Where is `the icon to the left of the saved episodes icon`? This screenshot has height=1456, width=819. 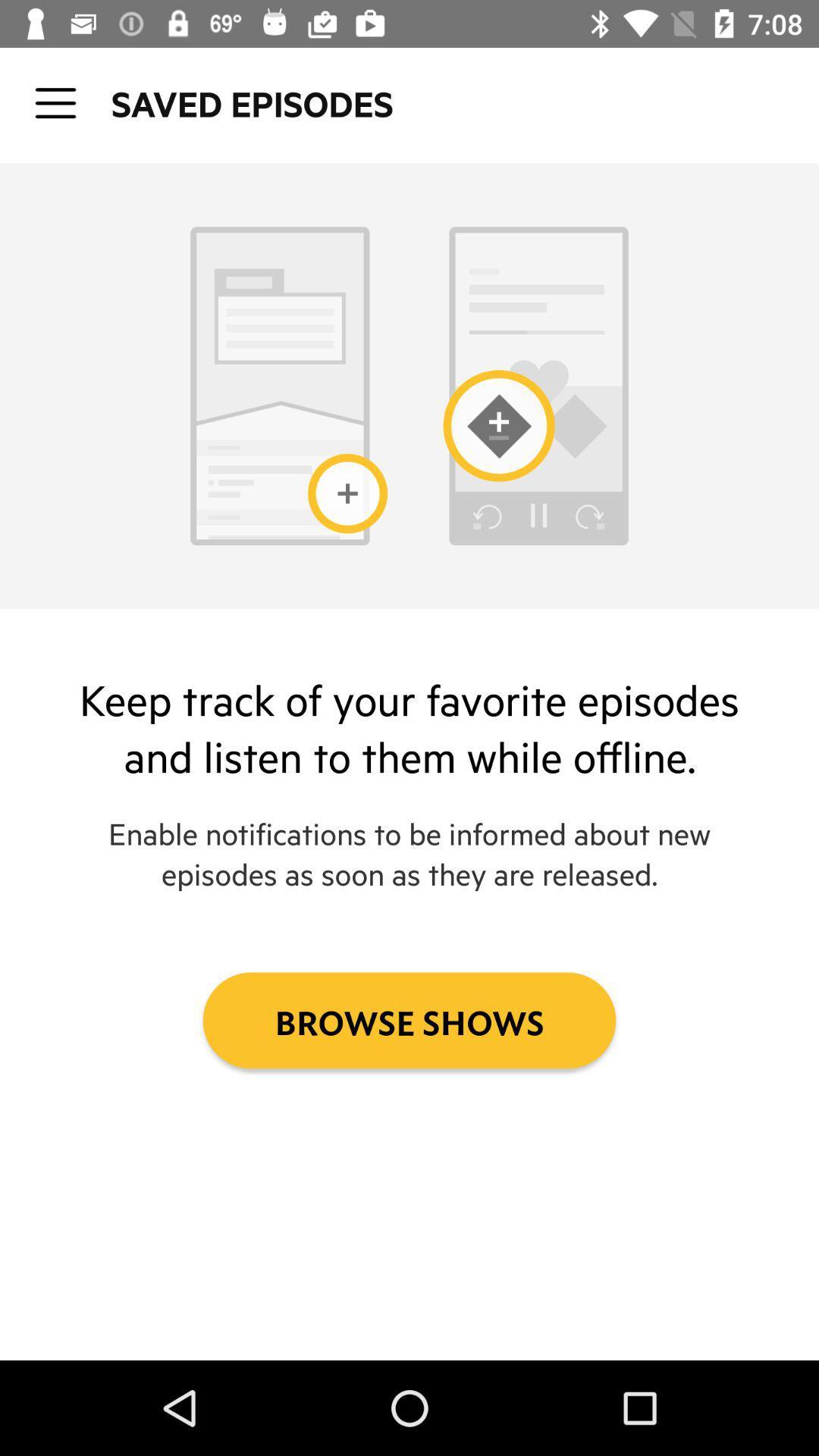
the icon to the left of the saved episodes icon is located at coordinates (55, 102).